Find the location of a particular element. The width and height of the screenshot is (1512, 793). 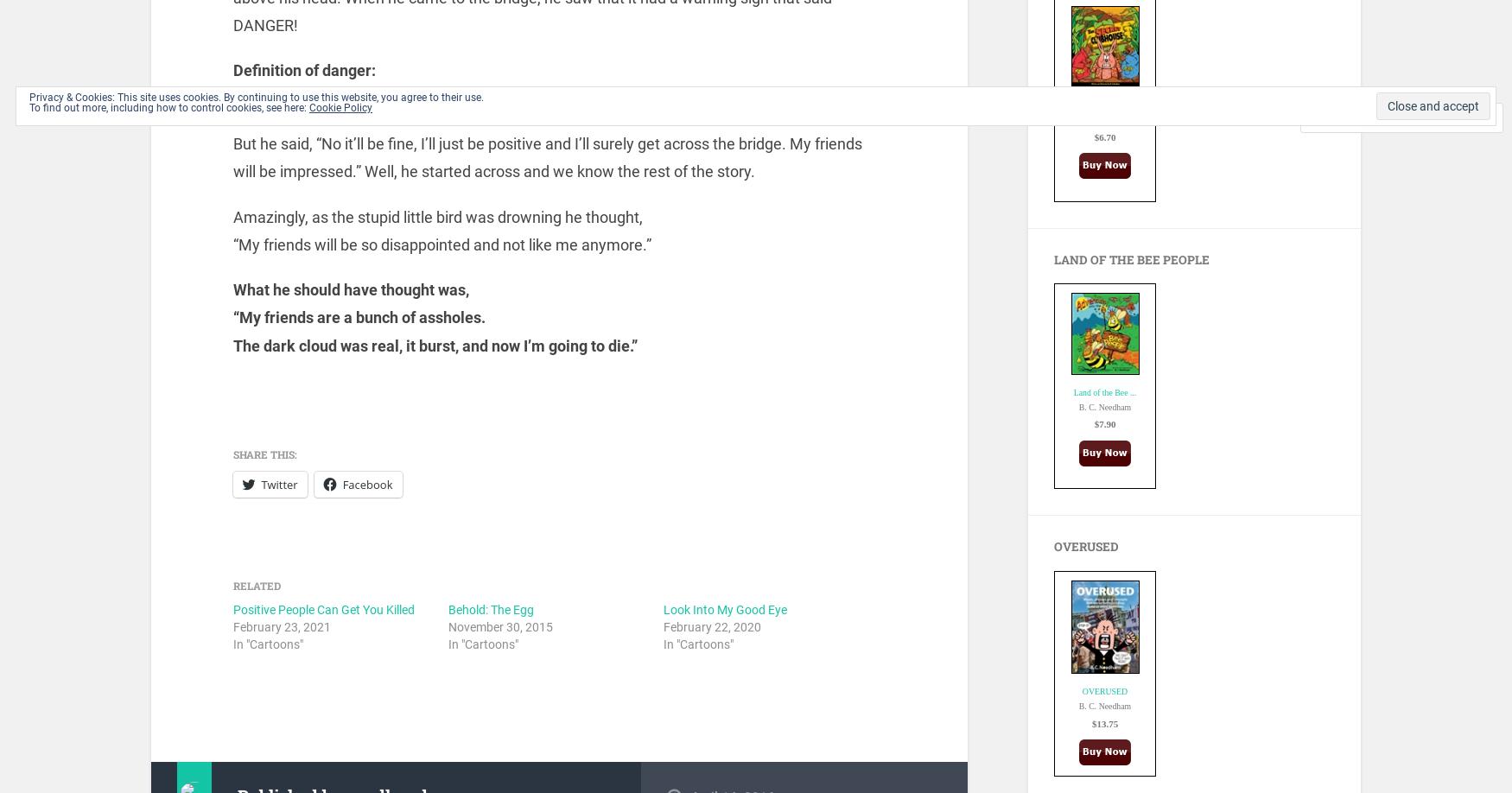

'Land of the Bee People' is located at coordinates (1131, 258).